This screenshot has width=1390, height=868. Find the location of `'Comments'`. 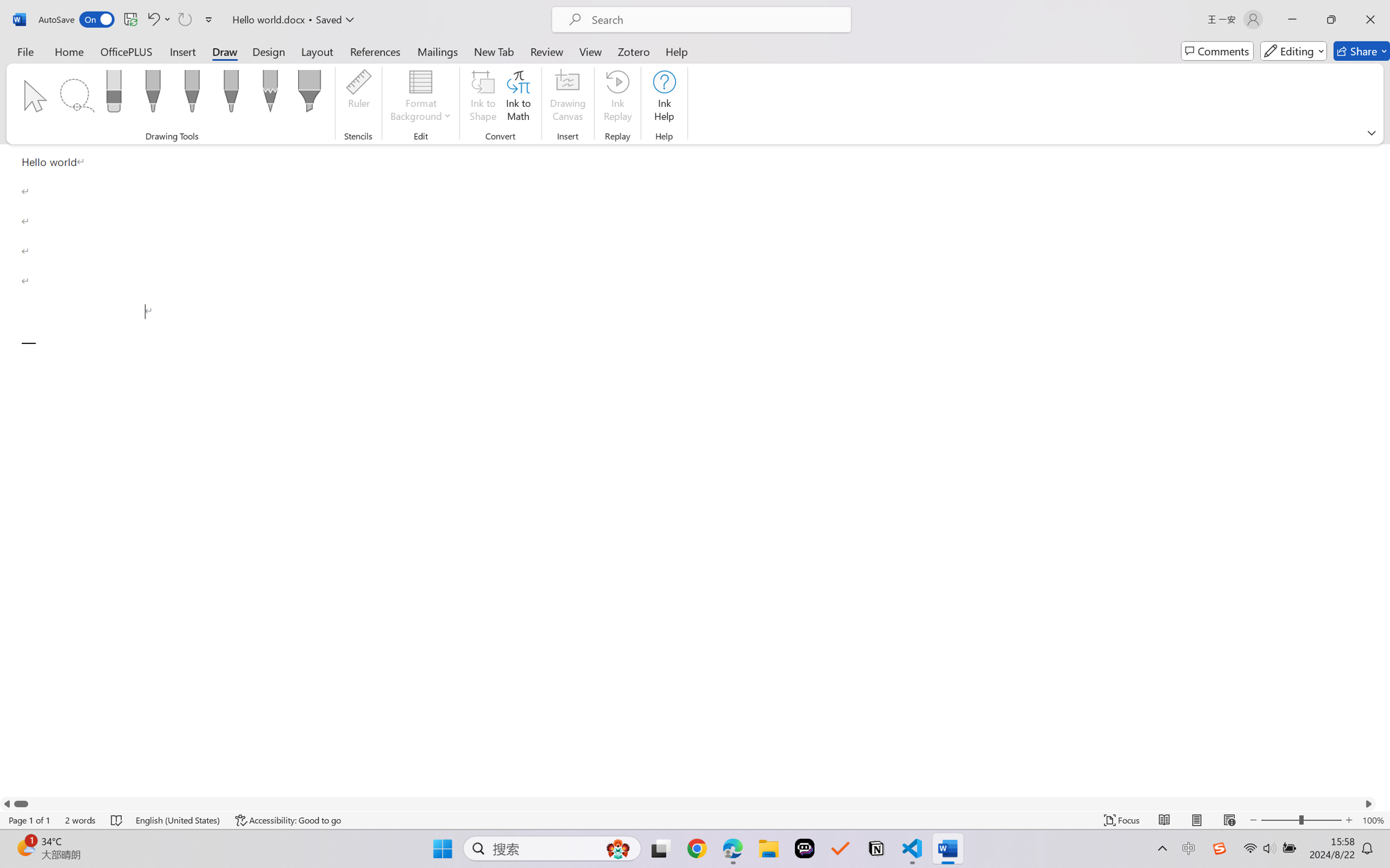

'Comments' is located at coordinates (1217, 51).